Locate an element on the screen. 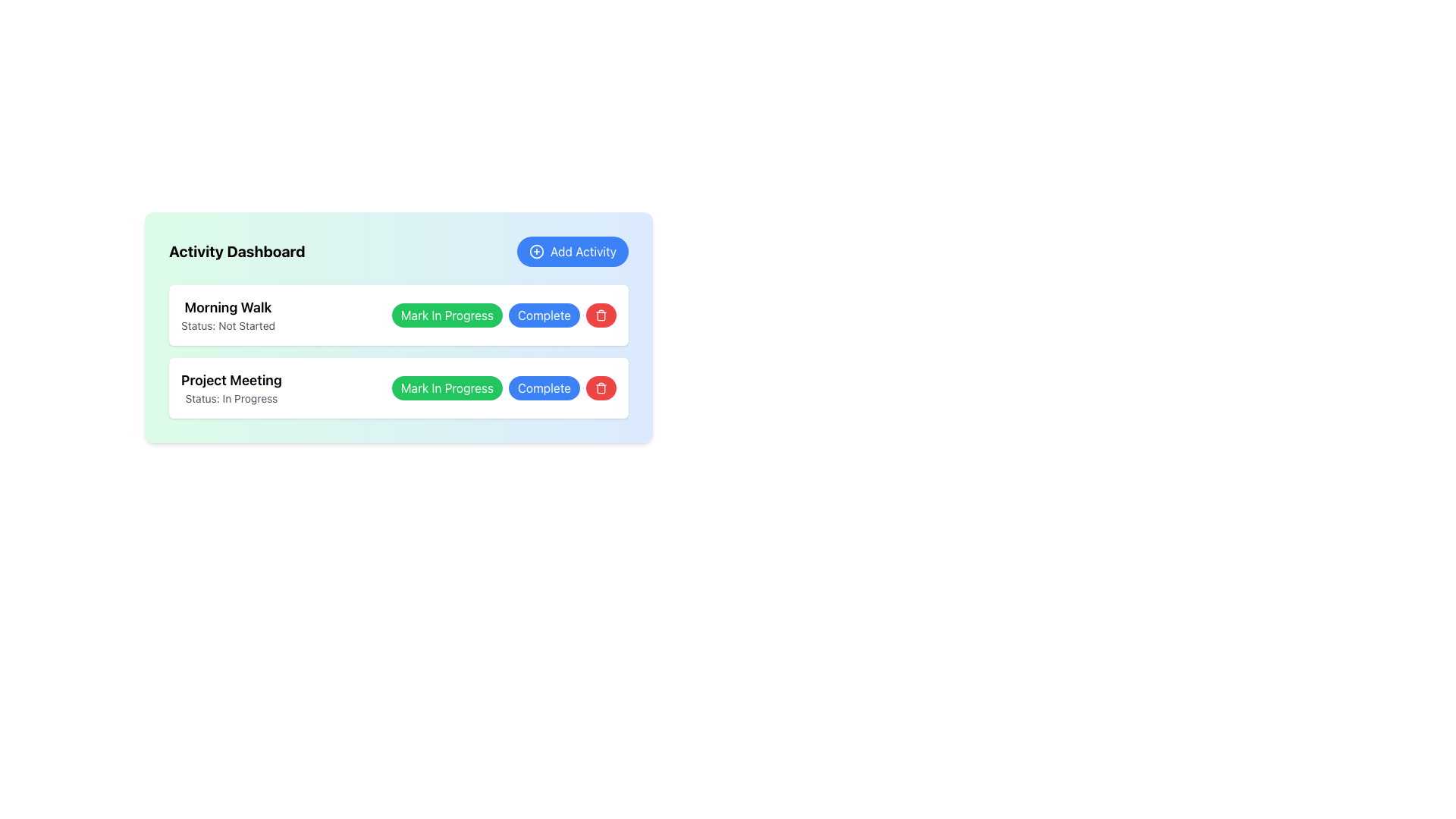 This screenshot has width=1456, height=819. the 'Complete' button located in the button group for the 'Project Meeting' activity to observe hover styling is located at coordinates (544, 388).